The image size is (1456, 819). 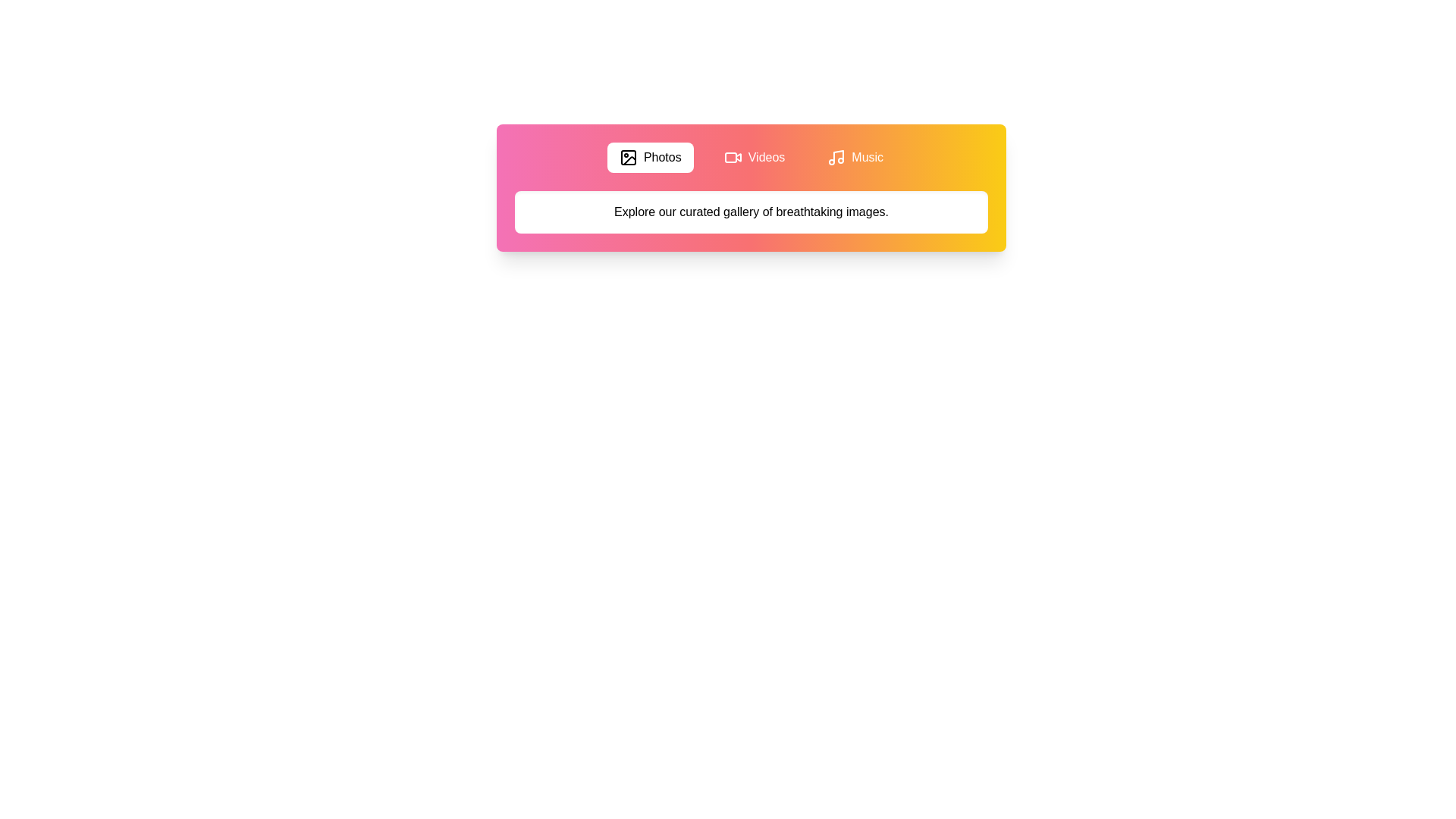 I want to click on the Photos tab by clicking its button, so click(x=650, y=158).